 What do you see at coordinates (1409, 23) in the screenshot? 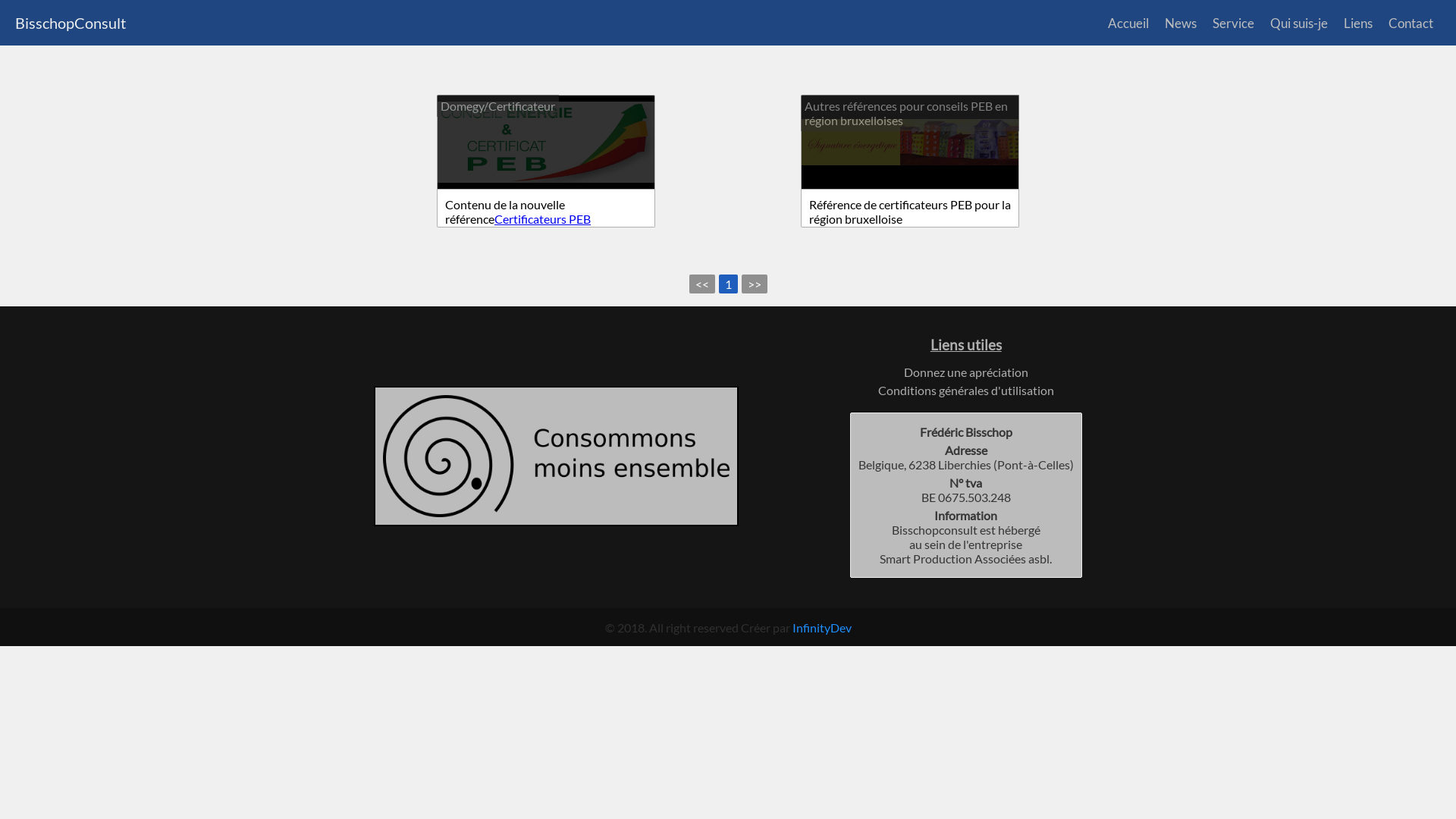
I see `'Contact'` at bounding box center [1409, 23].